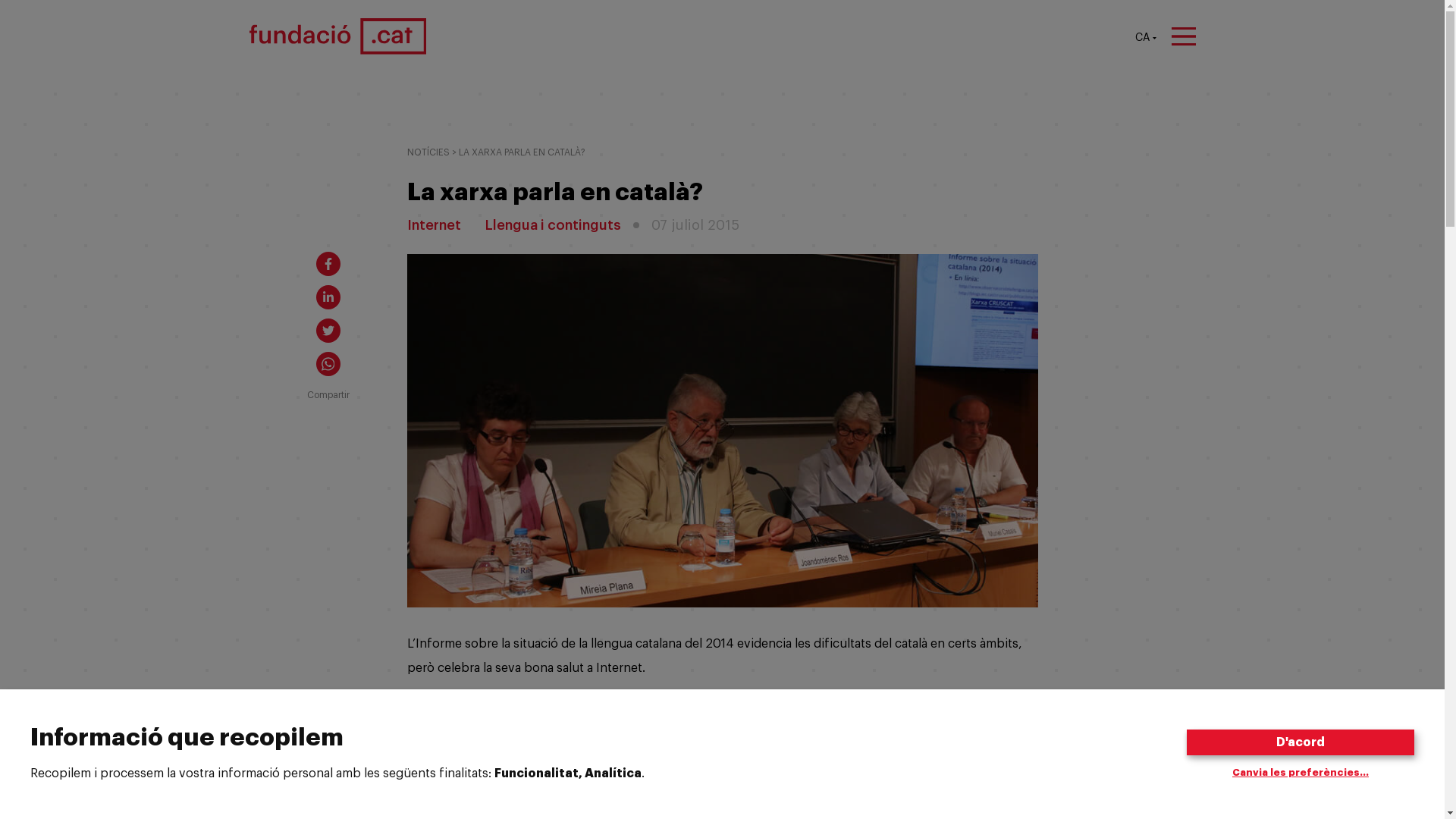 The width and height of the screenshot is (1456, 819). I want to click on 'Llengua i continguts', so click(552, 225).